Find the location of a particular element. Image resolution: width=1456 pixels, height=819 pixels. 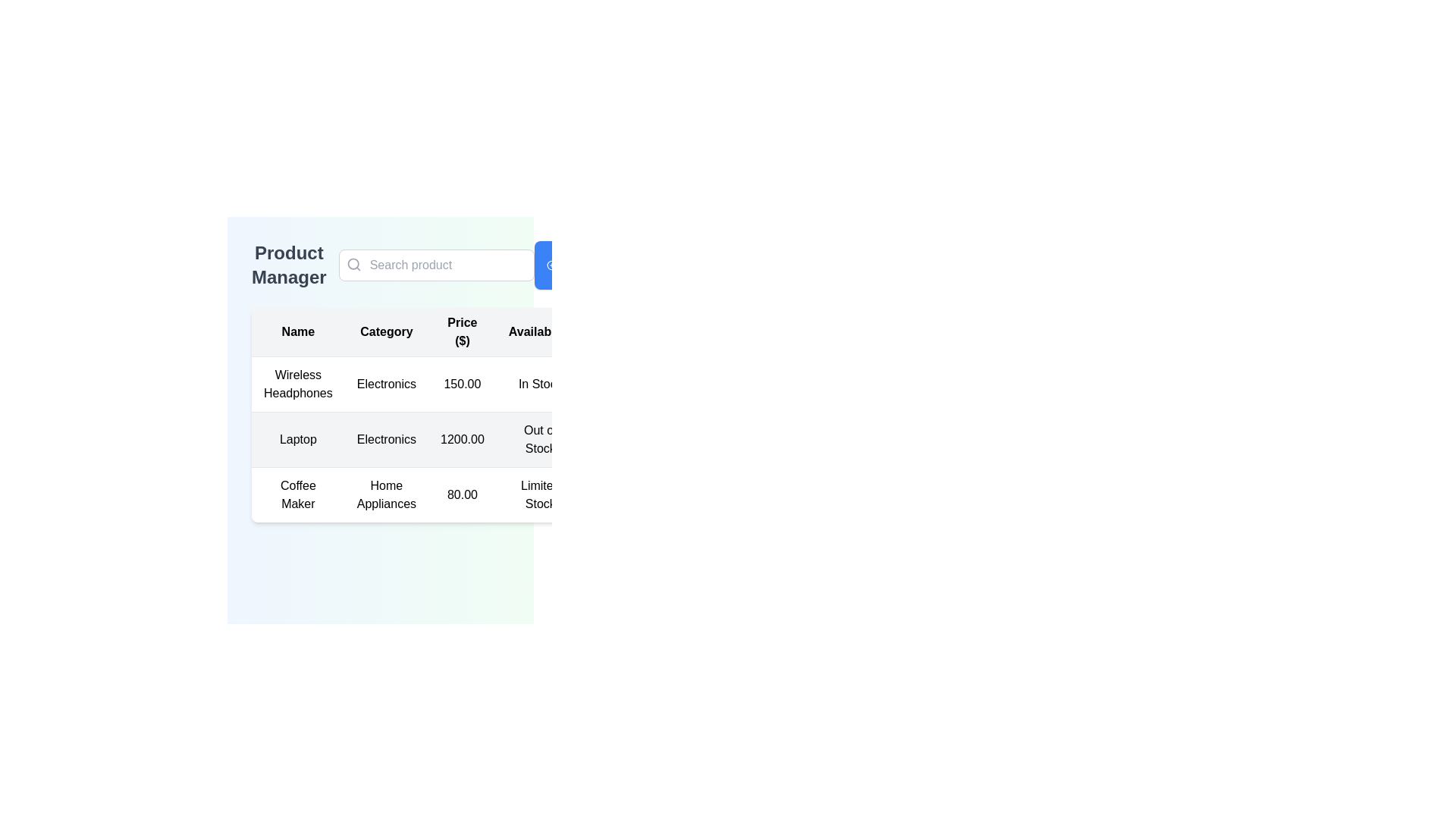

the main product information table displayed prominently below the search bar is located at coordinates (460, 439).